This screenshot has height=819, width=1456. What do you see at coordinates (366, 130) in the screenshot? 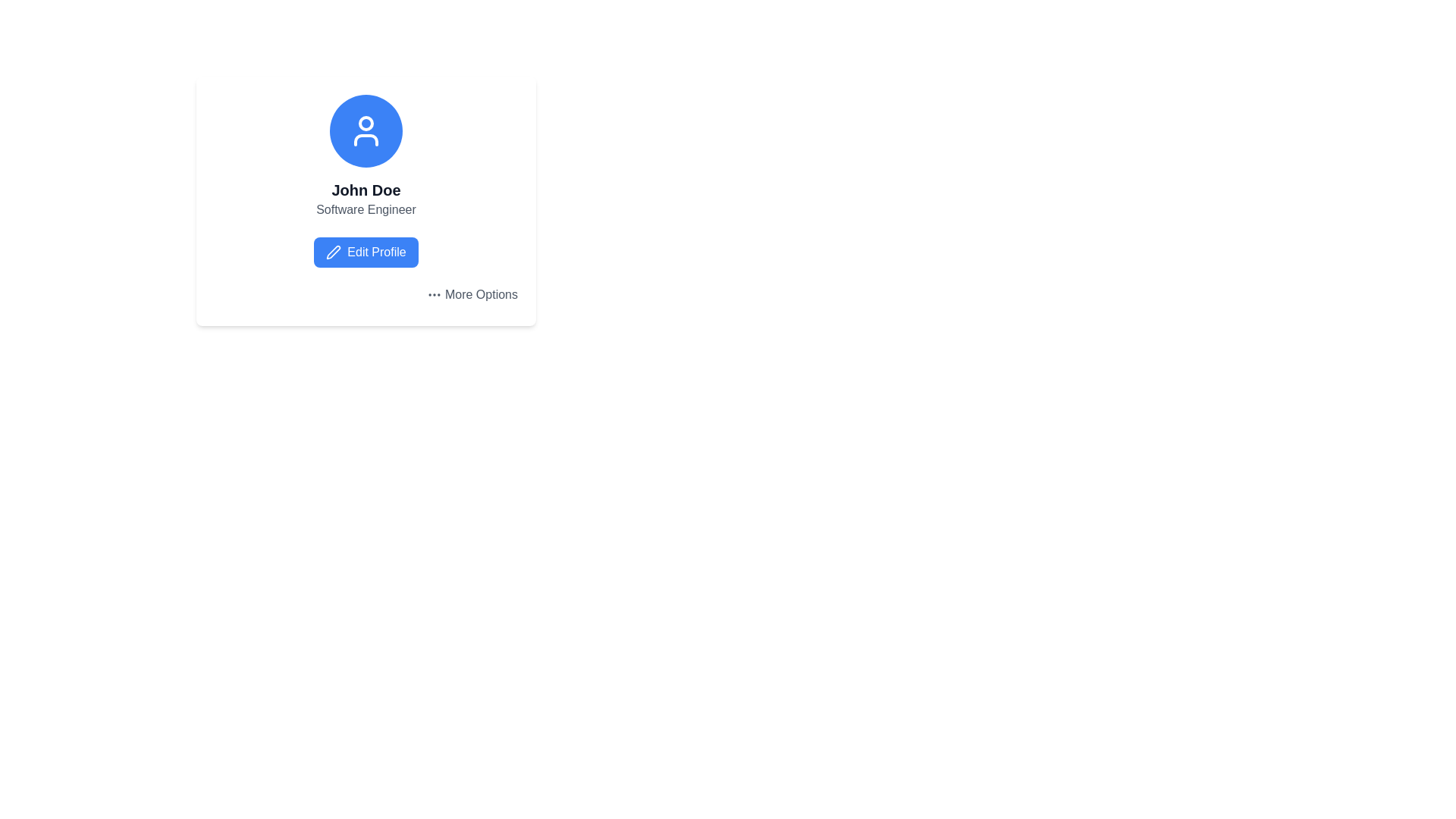
I see `the user icon, which is a rounded outline symbolizing a head and shoulders in white color, centrally placed within a circular blue background on the profile card layout` at bounding box center [366, 130].